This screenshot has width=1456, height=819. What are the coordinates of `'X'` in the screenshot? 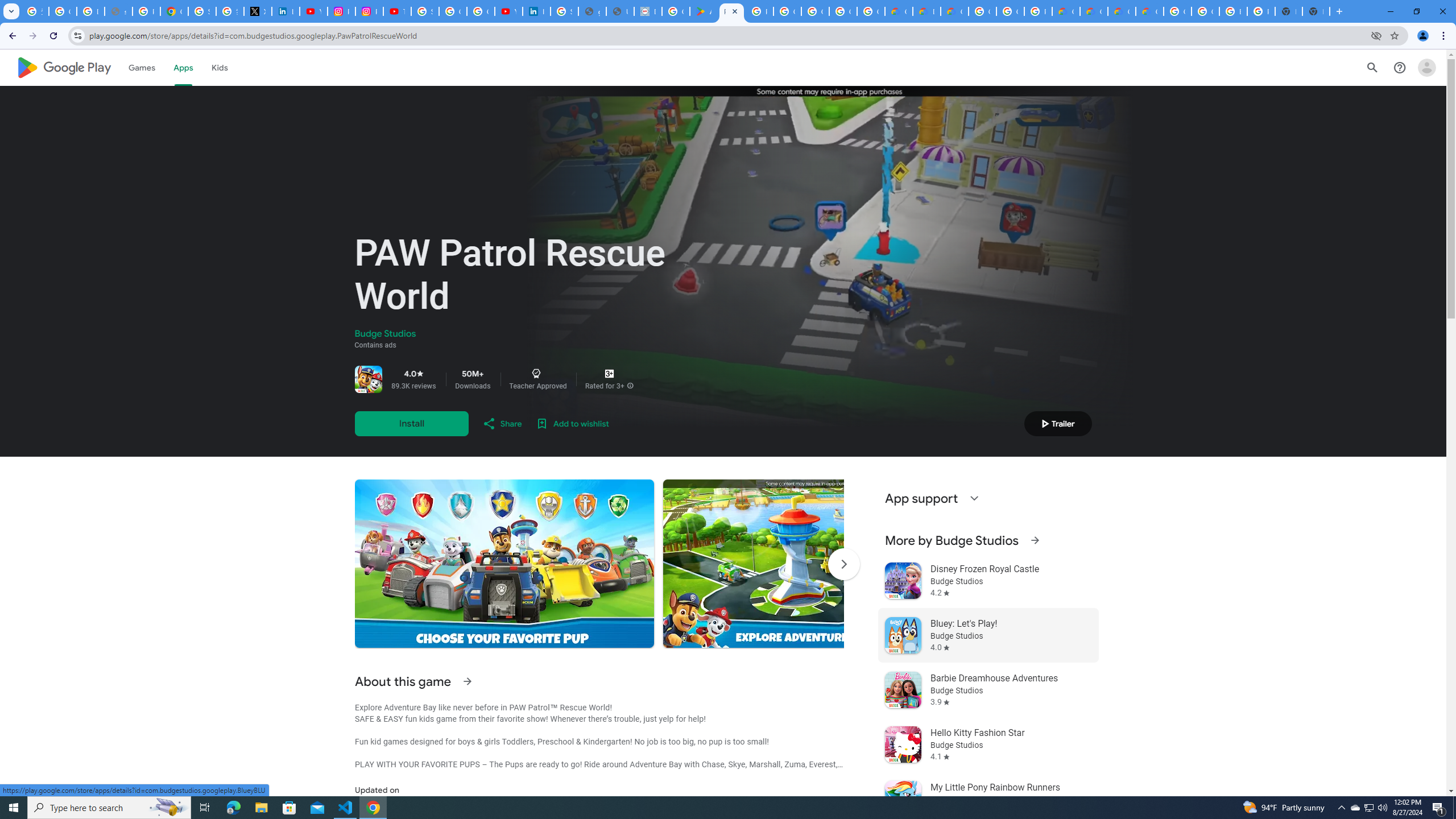 It's located at (257, 11).